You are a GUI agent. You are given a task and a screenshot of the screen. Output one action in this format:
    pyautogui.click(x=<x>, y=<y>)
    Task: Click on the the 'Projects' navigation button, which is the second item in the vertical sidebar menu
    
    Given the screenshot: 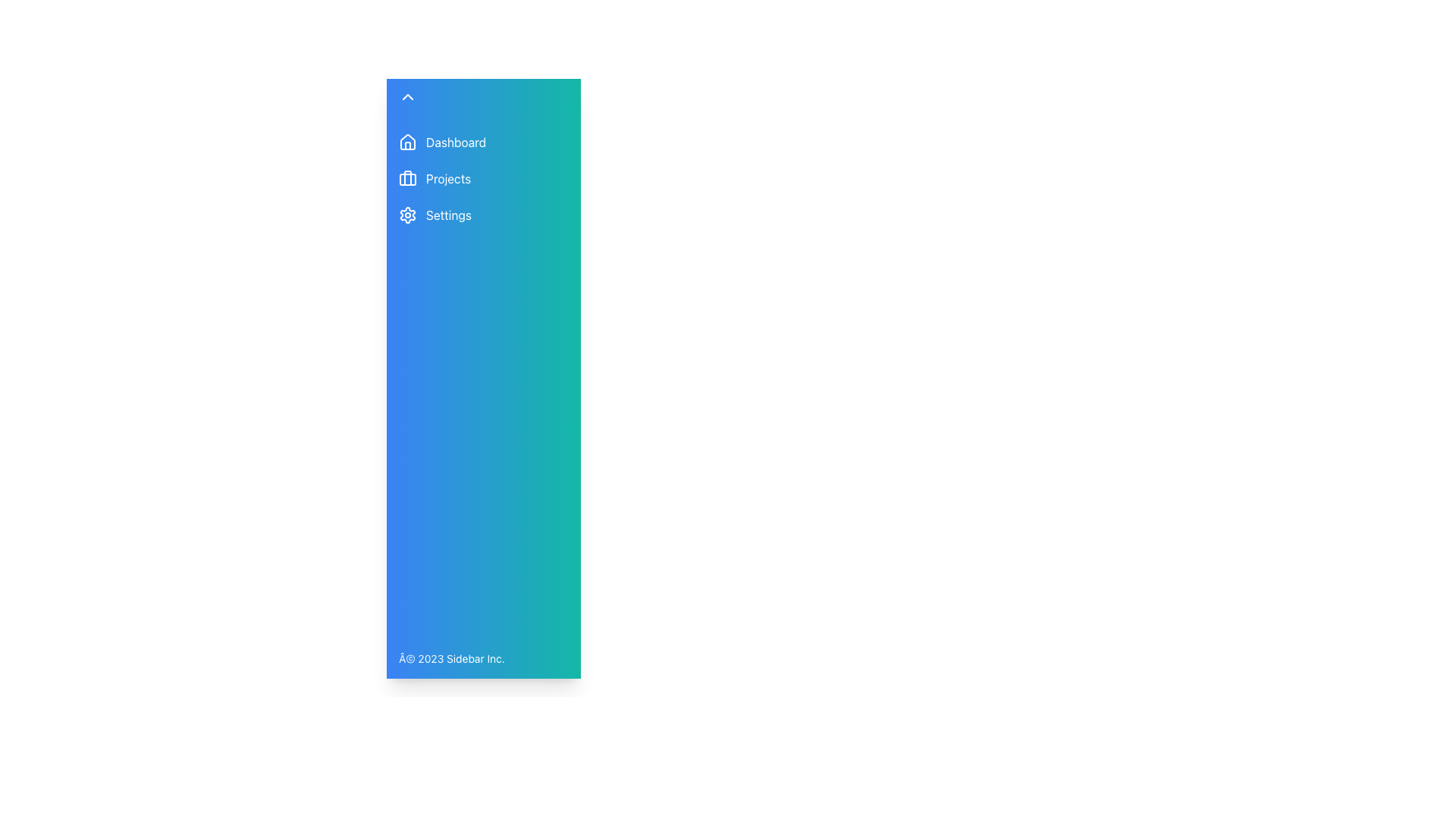 What is the action you would take?
    pyautogui.click(x=450, y=177)
    